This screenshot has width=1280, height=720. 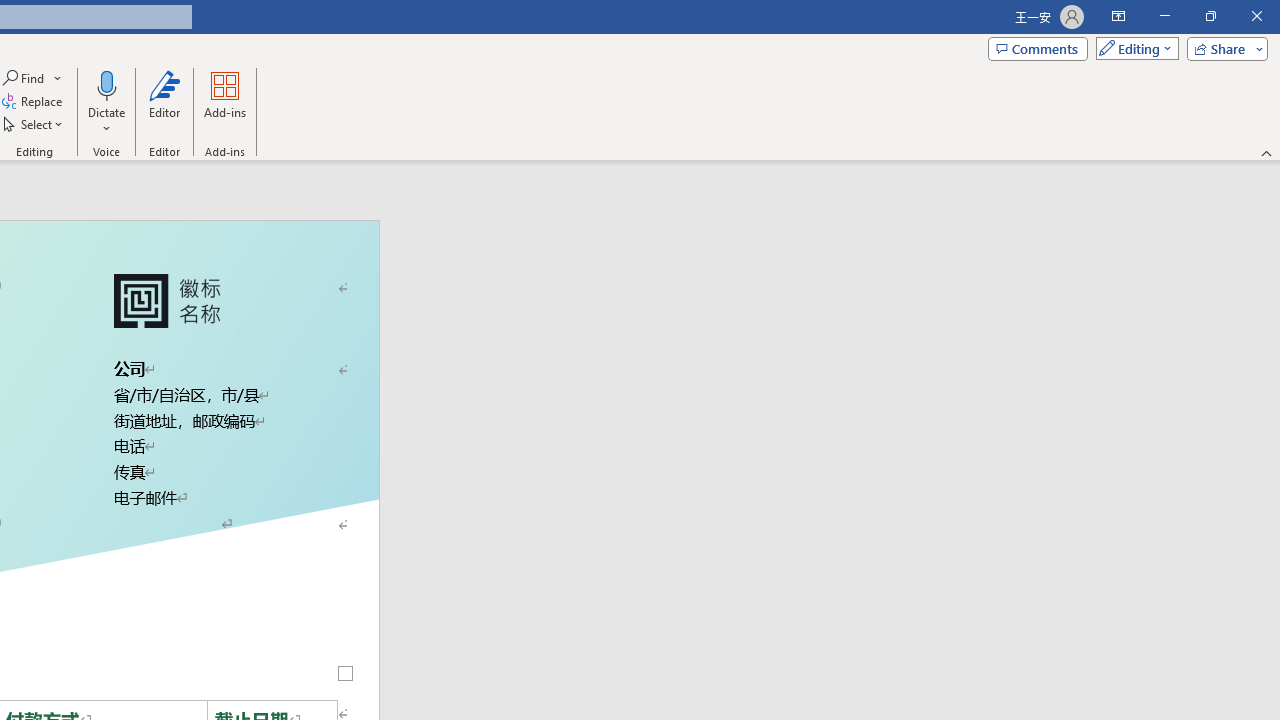 I want to click on 'Share', so click(x=1222, y=47).